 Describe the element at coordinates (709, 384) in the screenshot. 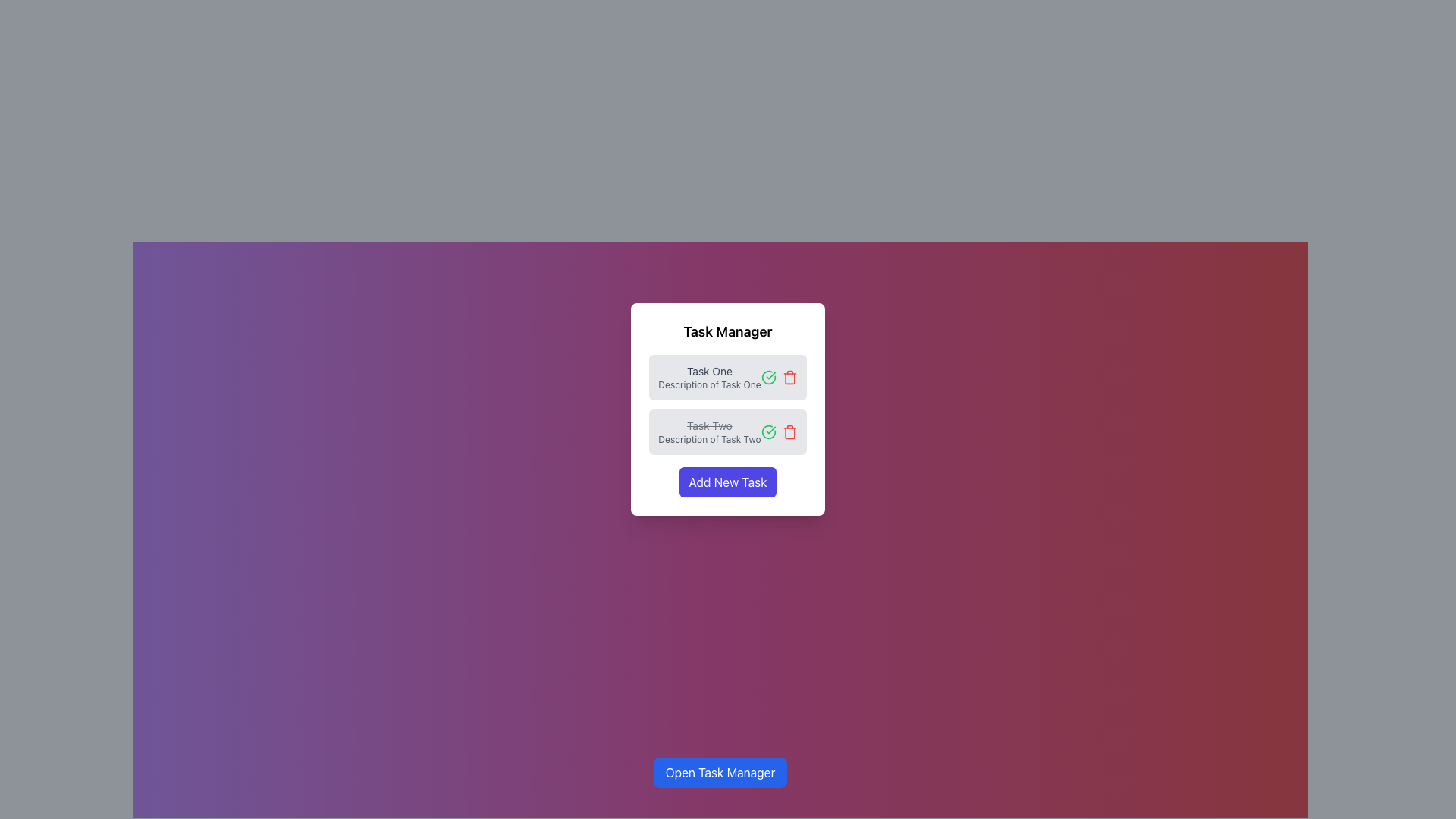

I see `the static text label providing details about 'Task One' located under the 'Task One' title in the 'Task Manager' interface` at that location.